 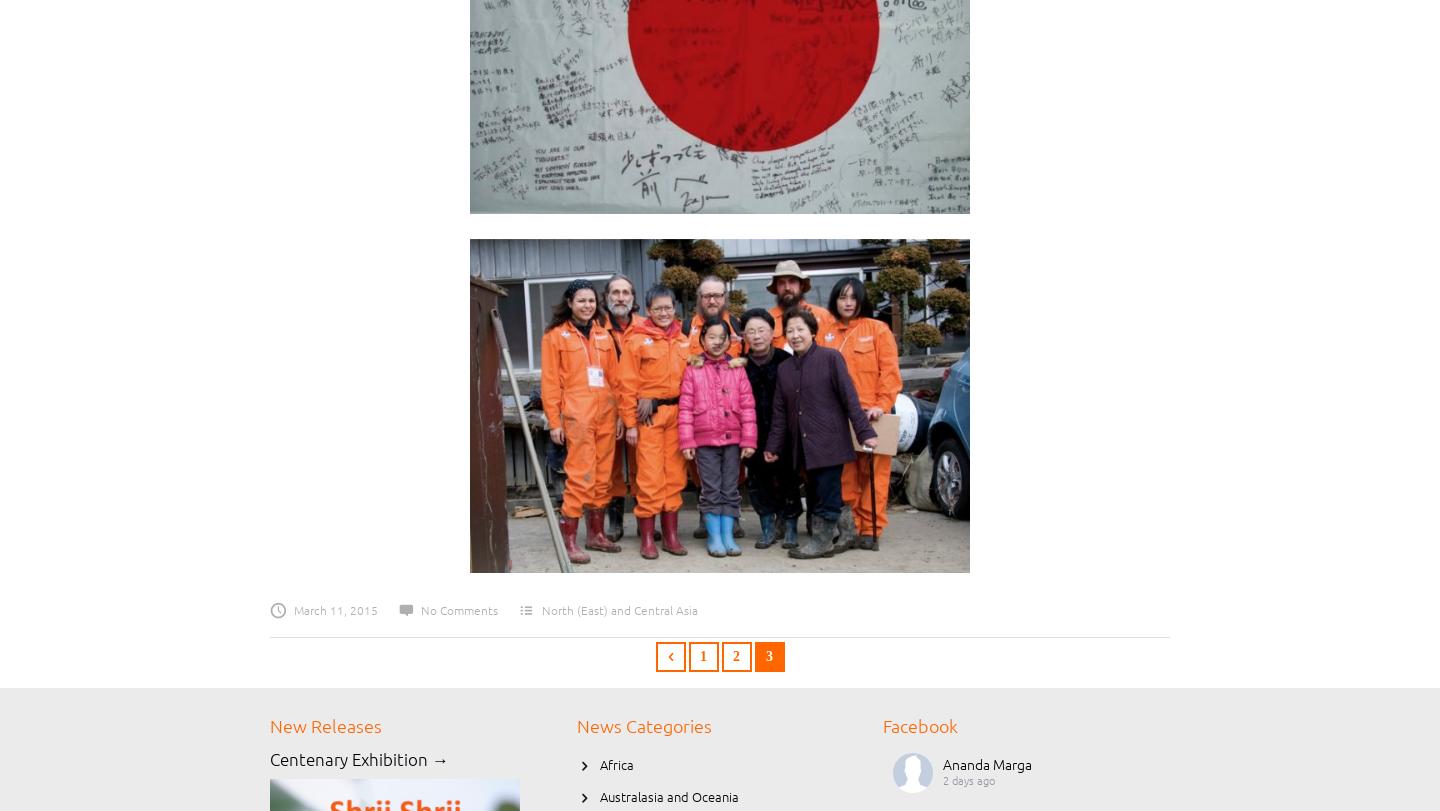 What do you see at coordinates (642, 725) in the screenshot?
I see `'News Categories'` at bounding box center [642, 725].